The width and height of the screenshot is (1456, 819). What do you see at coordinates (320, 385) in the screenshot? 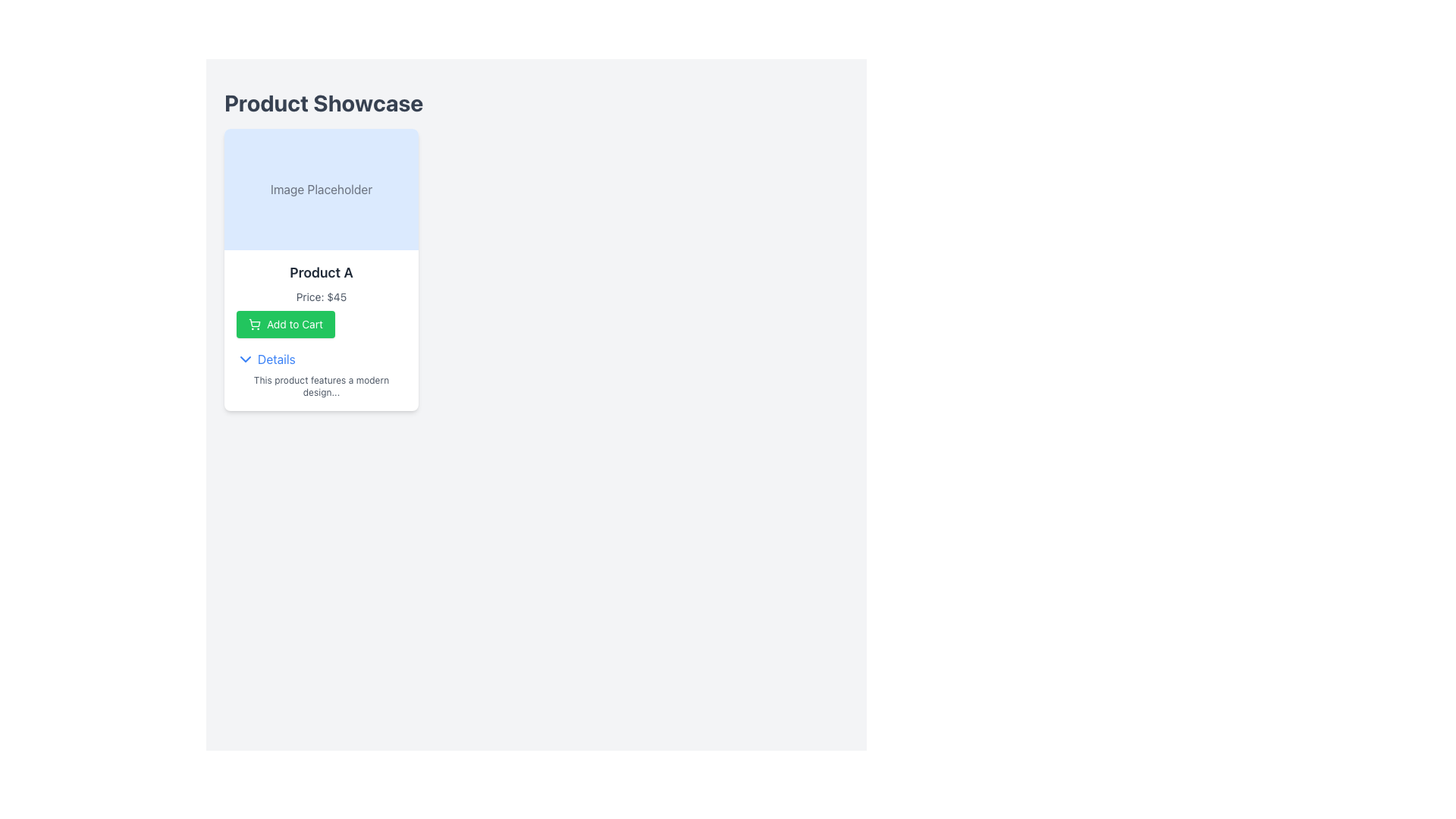
I see `the small text description reading, 'This product features a modern design...' which is positioned below the 'Details' toggle in the product card` at bounding box center [320, 385].